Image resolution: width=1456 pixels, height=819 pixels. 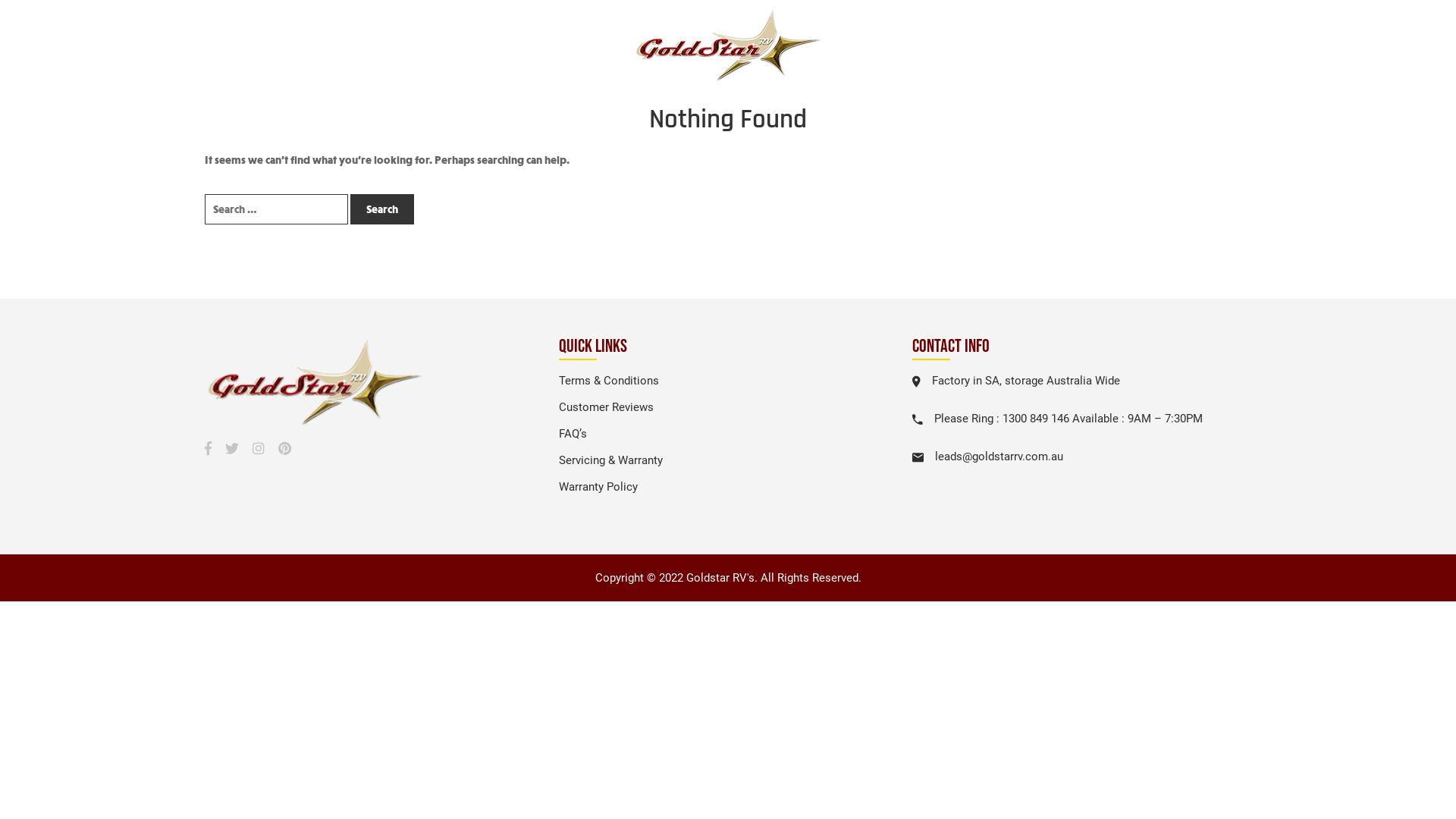 I want to click on 'Customer Reviews', so click(x=558, y=406).